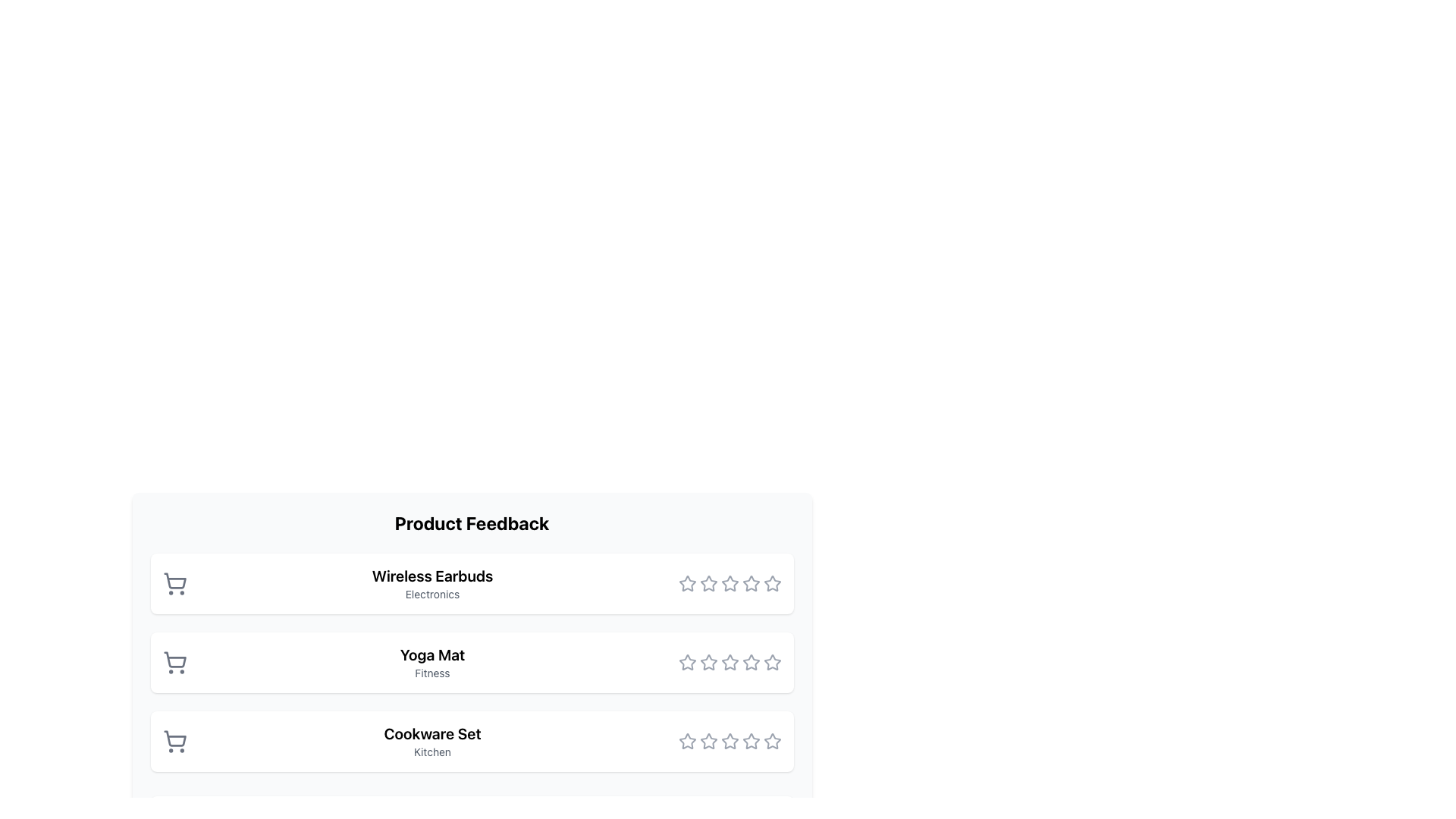 Image resolution: width=1456 pixels, height=819 pixels. What do you see at coordinates (730, 583) in the screenshot?
I see `the star icon in the Rating widget for the 'Wireless Earbuds'` at bounding box center [730, 583].